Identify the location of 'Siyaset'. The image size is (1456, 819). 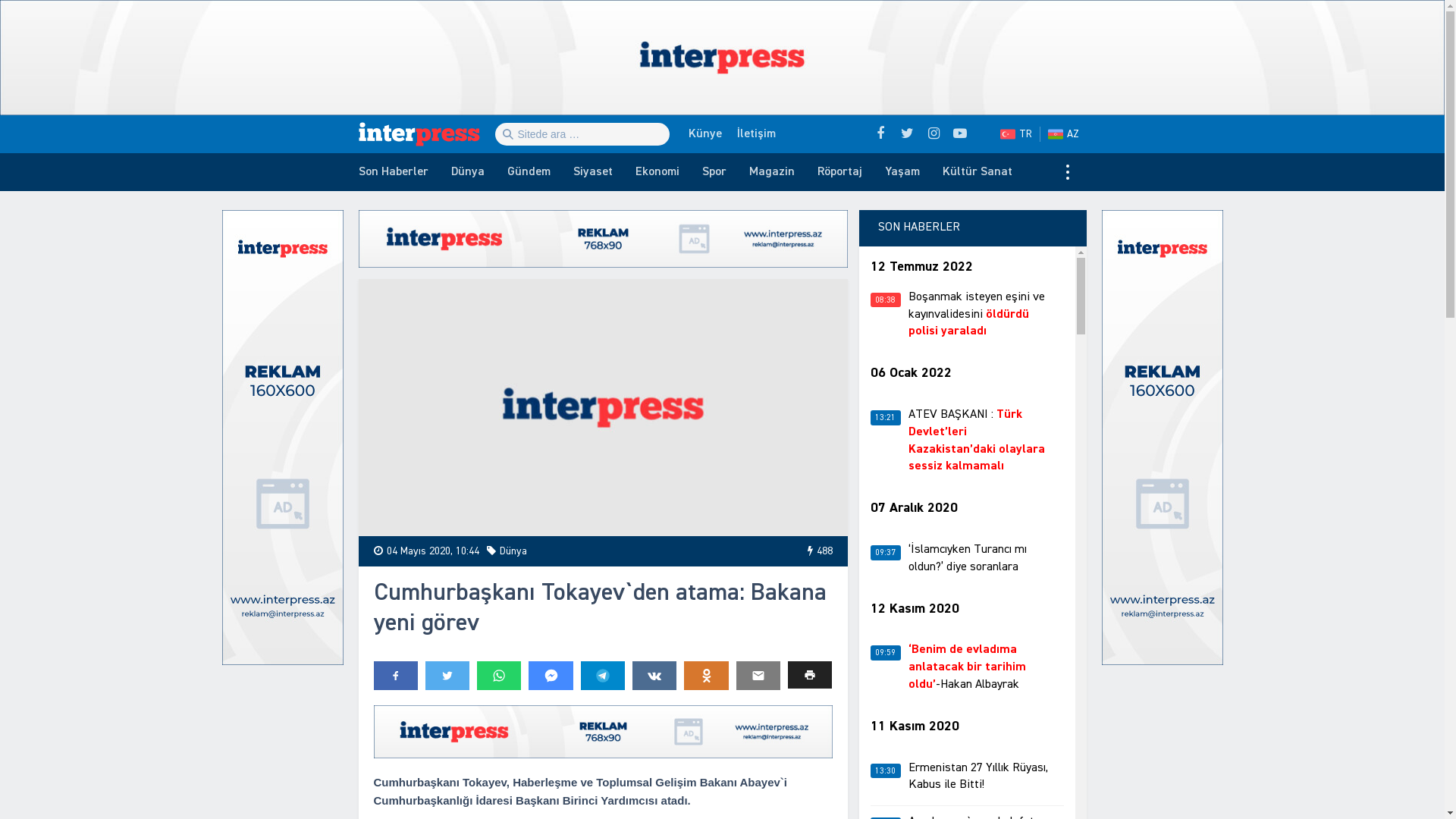
(591, 171).